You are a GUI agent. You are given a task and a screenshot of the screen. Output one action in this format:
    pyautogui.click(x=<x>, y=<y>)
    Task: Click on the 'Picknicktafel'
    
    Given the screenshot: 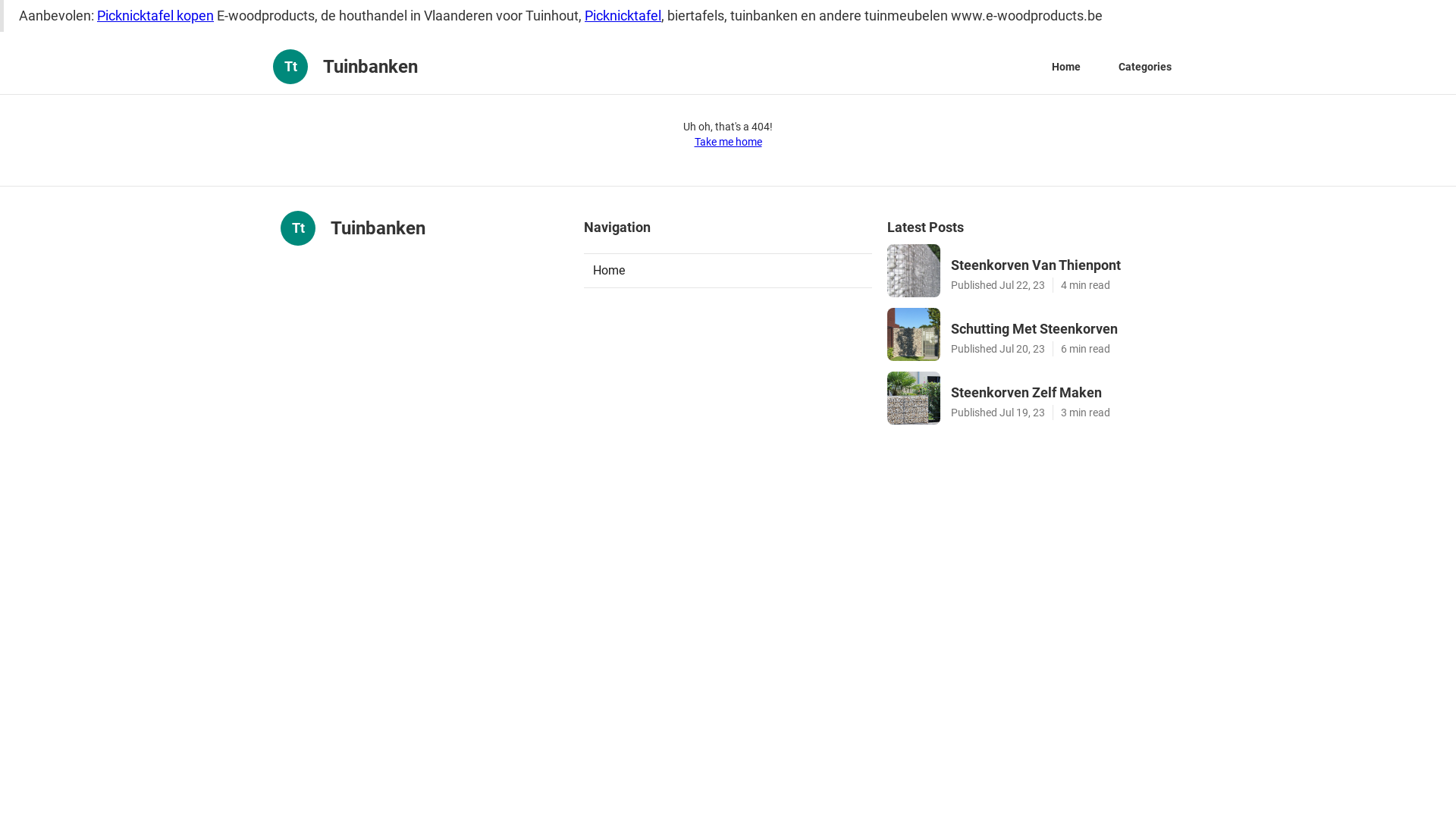 What is the action you would take?
    pyautogui.click(x=623, y=15)
    